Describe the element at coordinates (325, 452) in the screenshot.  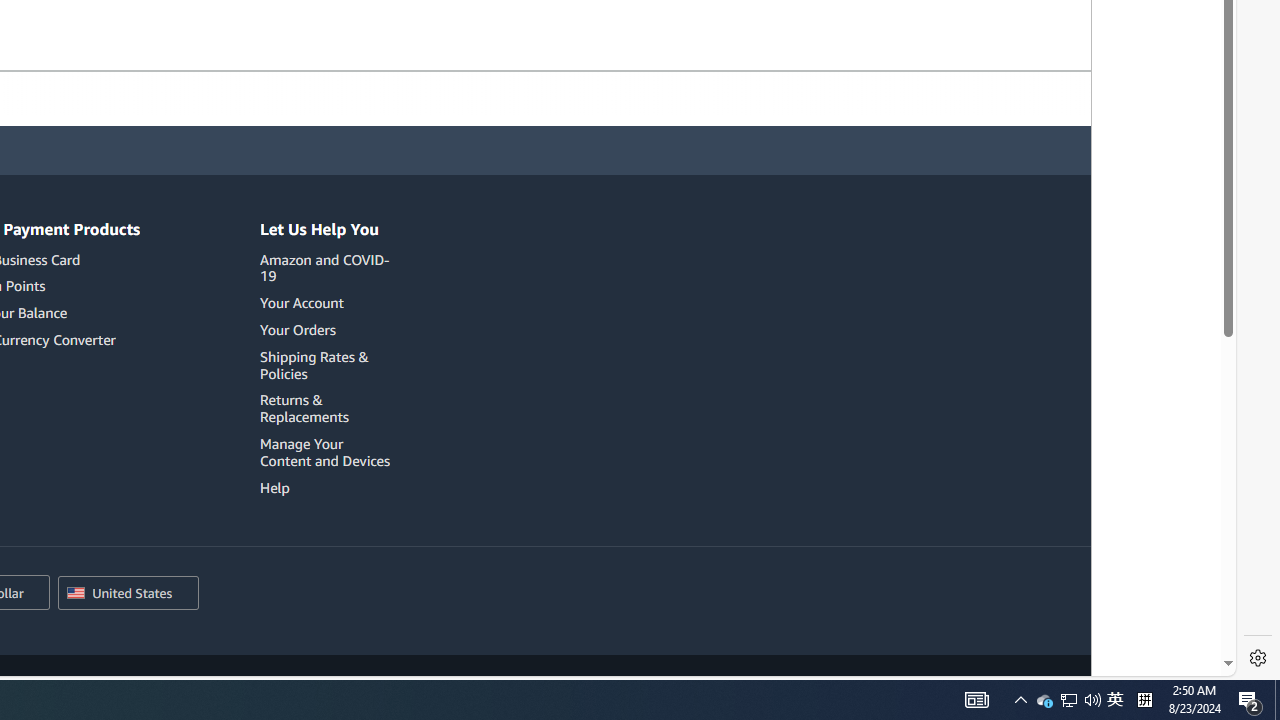
I see `'Manage Your Content and Devices'` at that location.